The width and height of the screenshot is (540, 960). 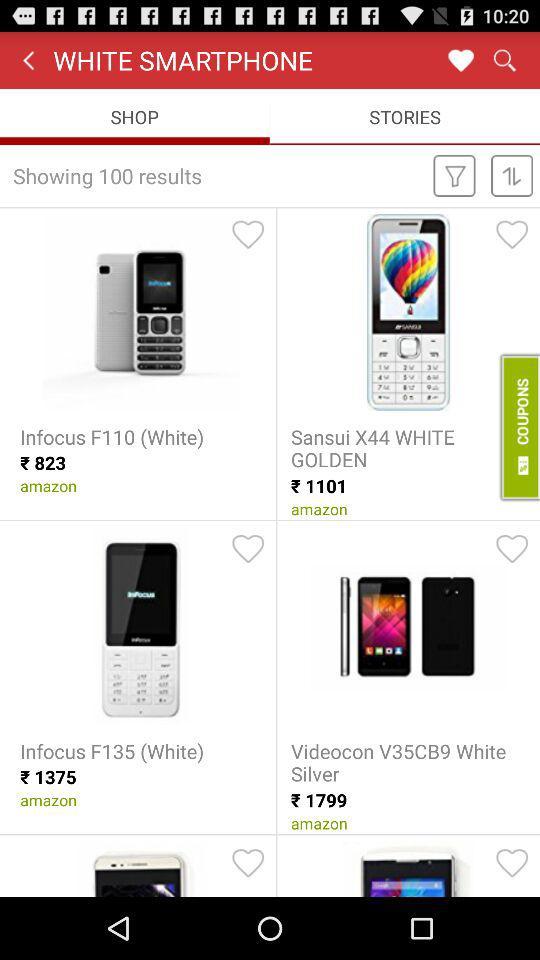 What do you see at coordinates (248, 234) in the screenshot?
I see `he can activate the simple voice command` at bounding box center [248, 234].